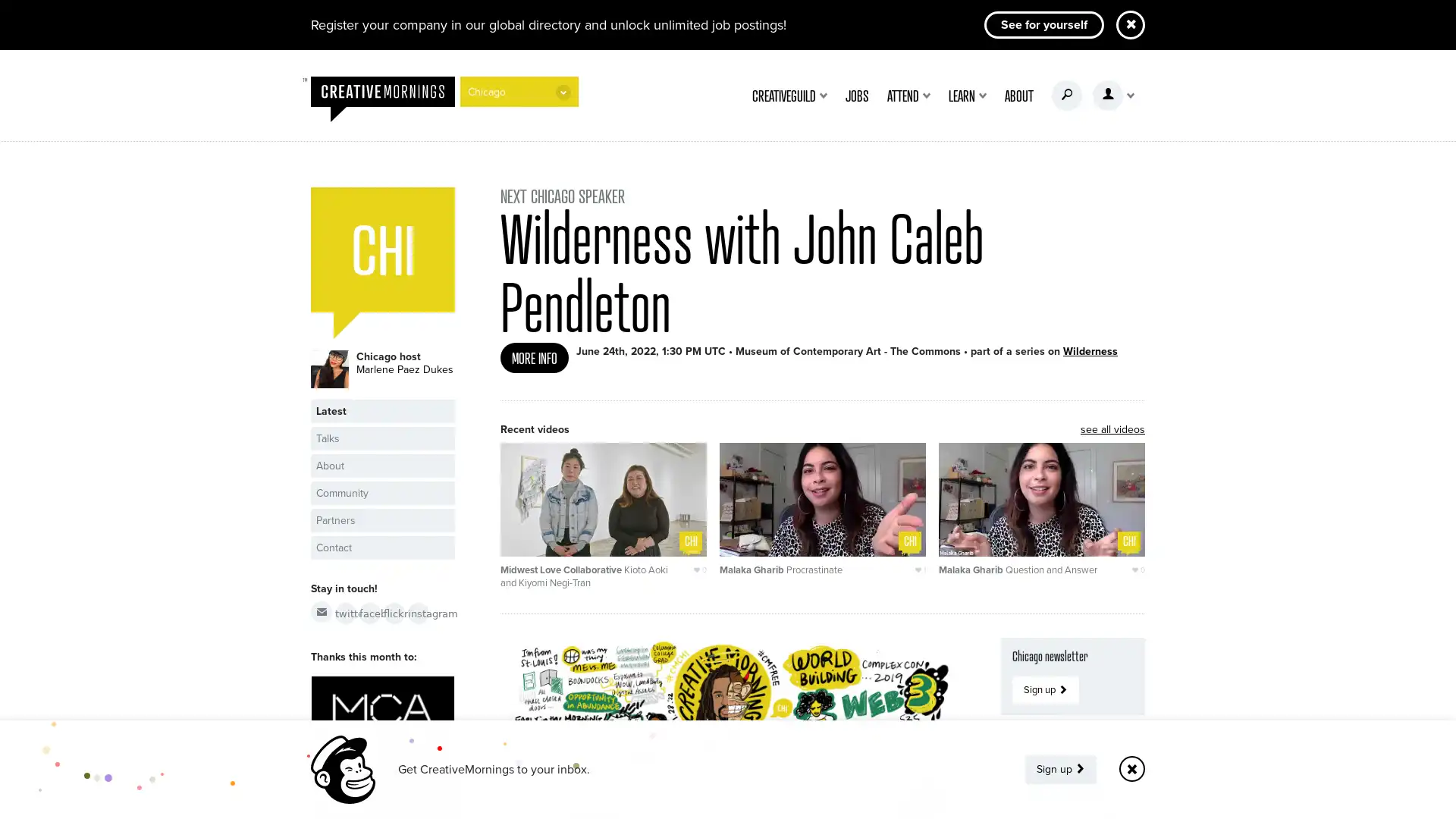  I want to click on USER, so click(1113, 96).